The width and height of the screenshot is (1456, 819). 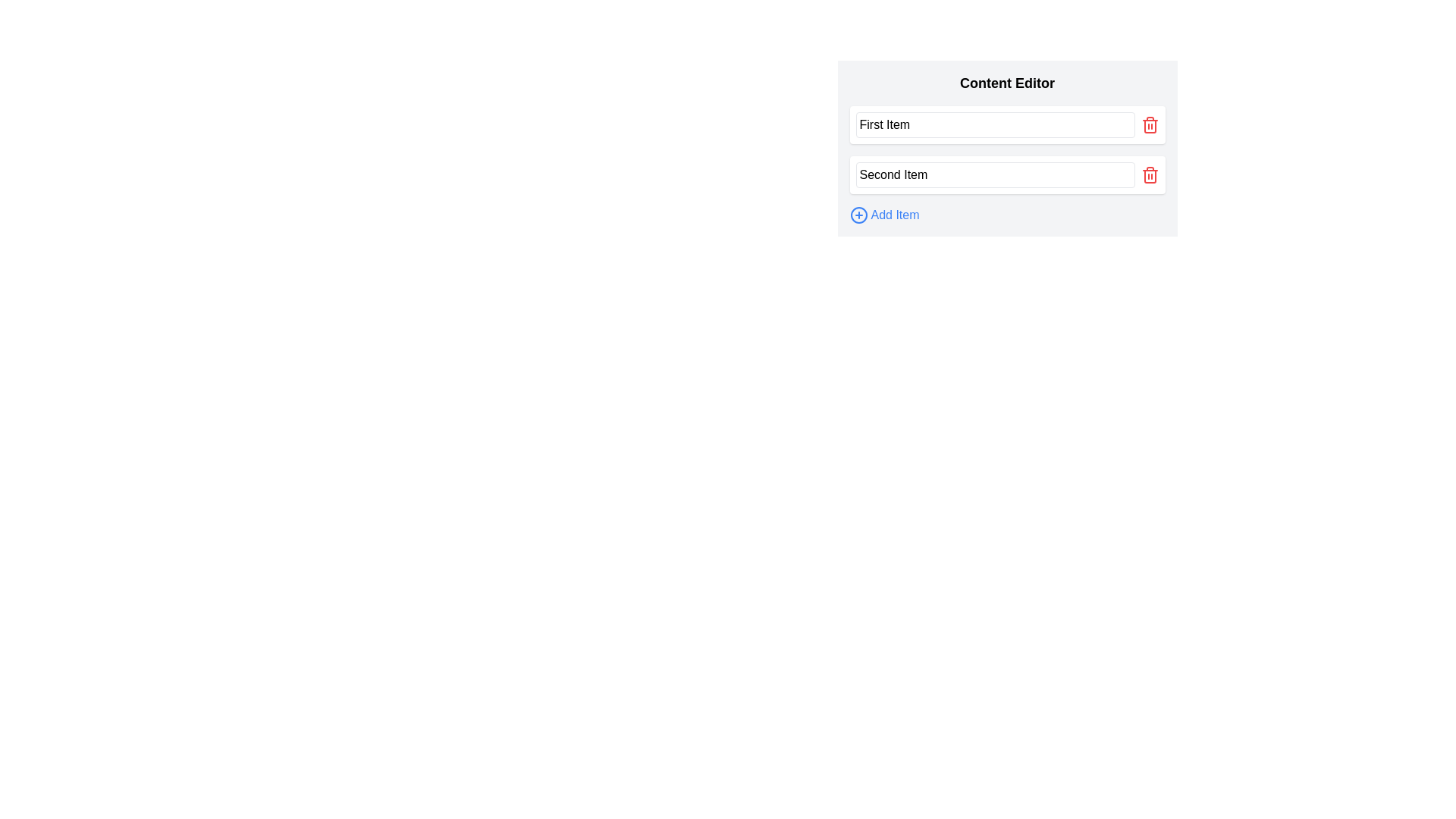 What do you see at coordinates (858, 215) in the screenshot?
I see `the circular plus icon used for adding new items, located at the bottom of the content editor panel, adjacent to the 'Add Item' text label` at bounding box center [858, 215].